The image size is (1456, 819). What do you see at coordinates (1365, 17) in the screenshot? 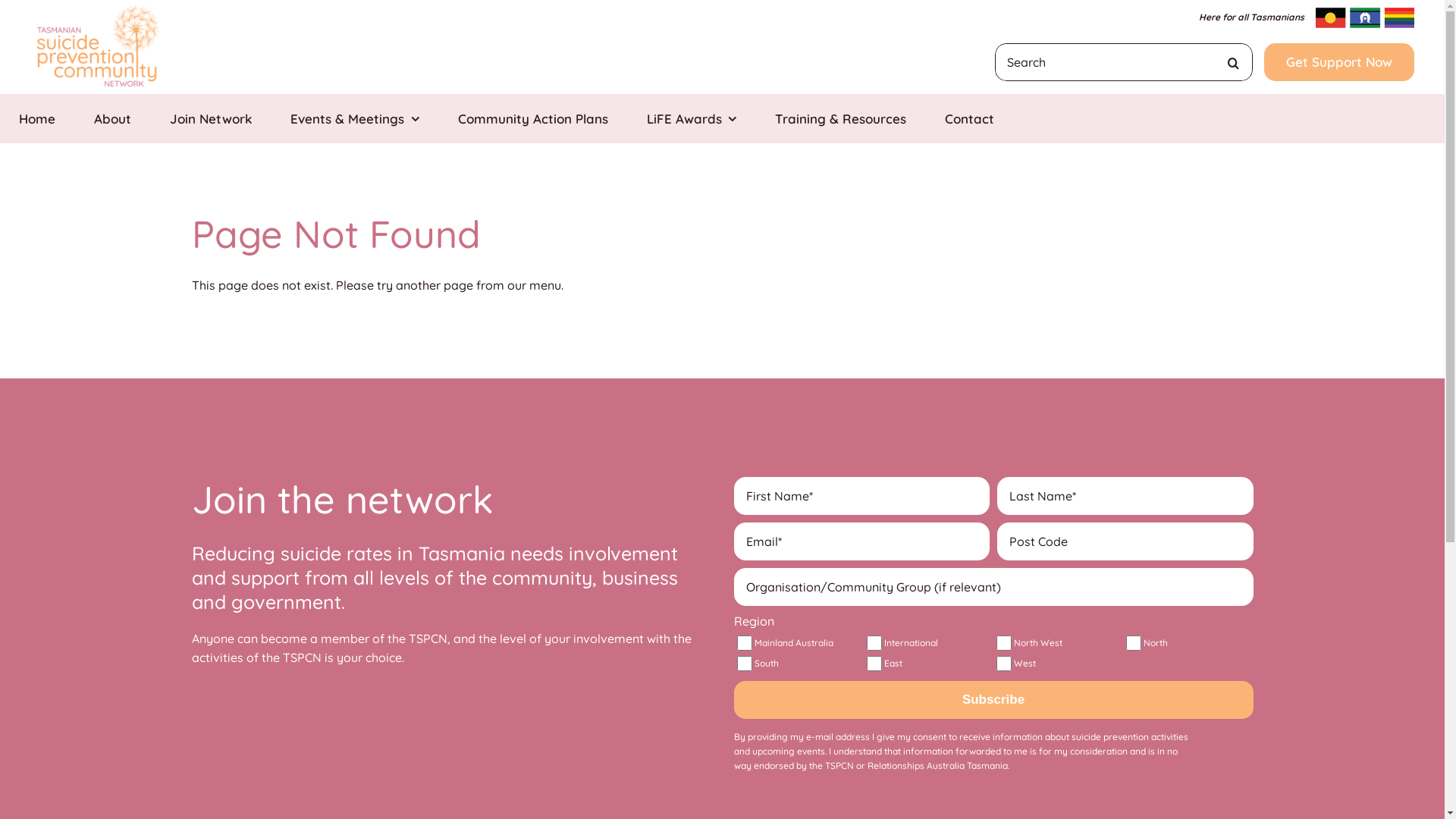
I see `'inclusive-flags'` at bounding box center [1365, 17].